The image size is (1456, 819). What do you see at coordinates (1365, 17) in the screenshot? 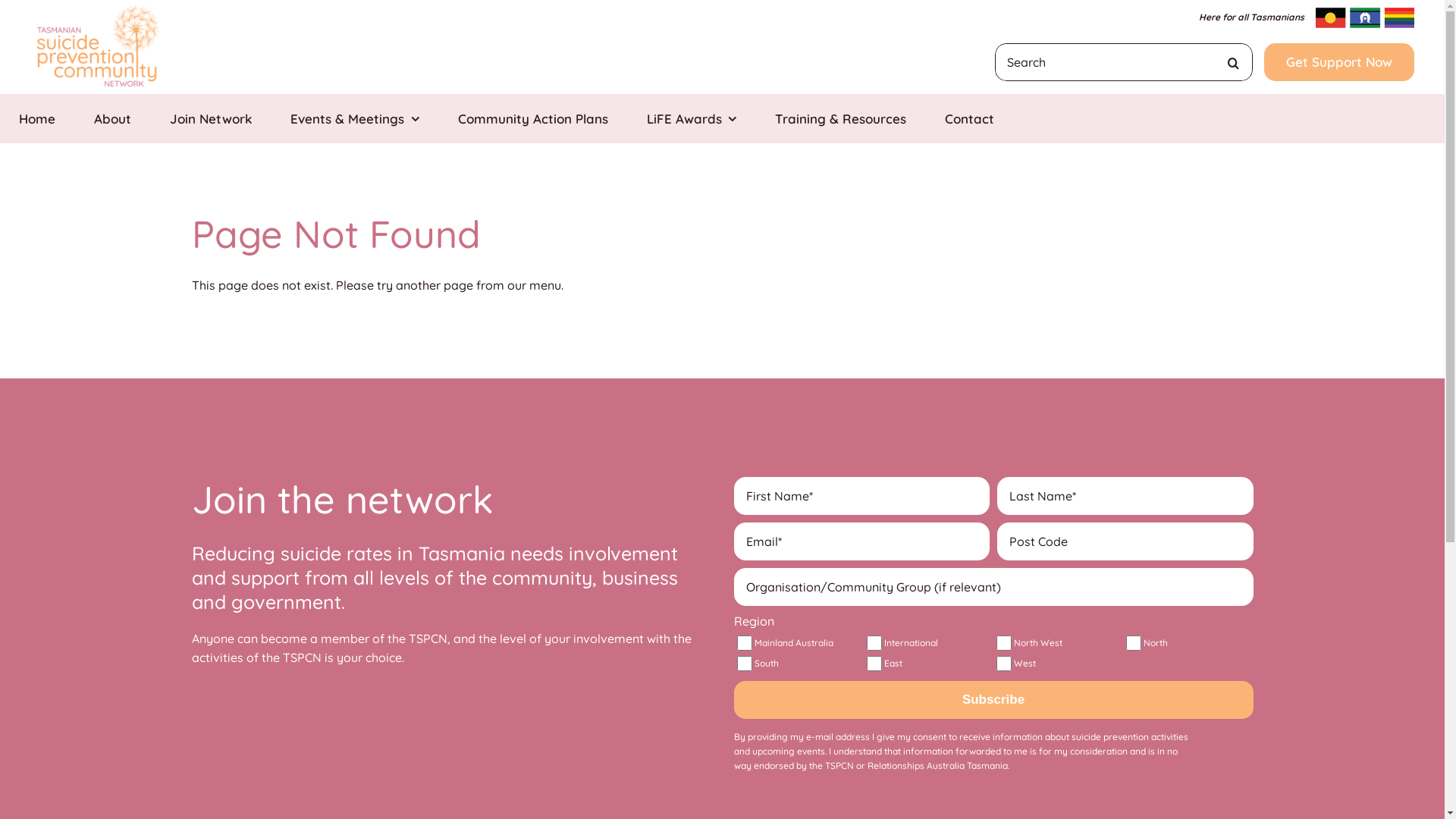
I see `'inclusive-flags'` at bounding box center [1365, 17].